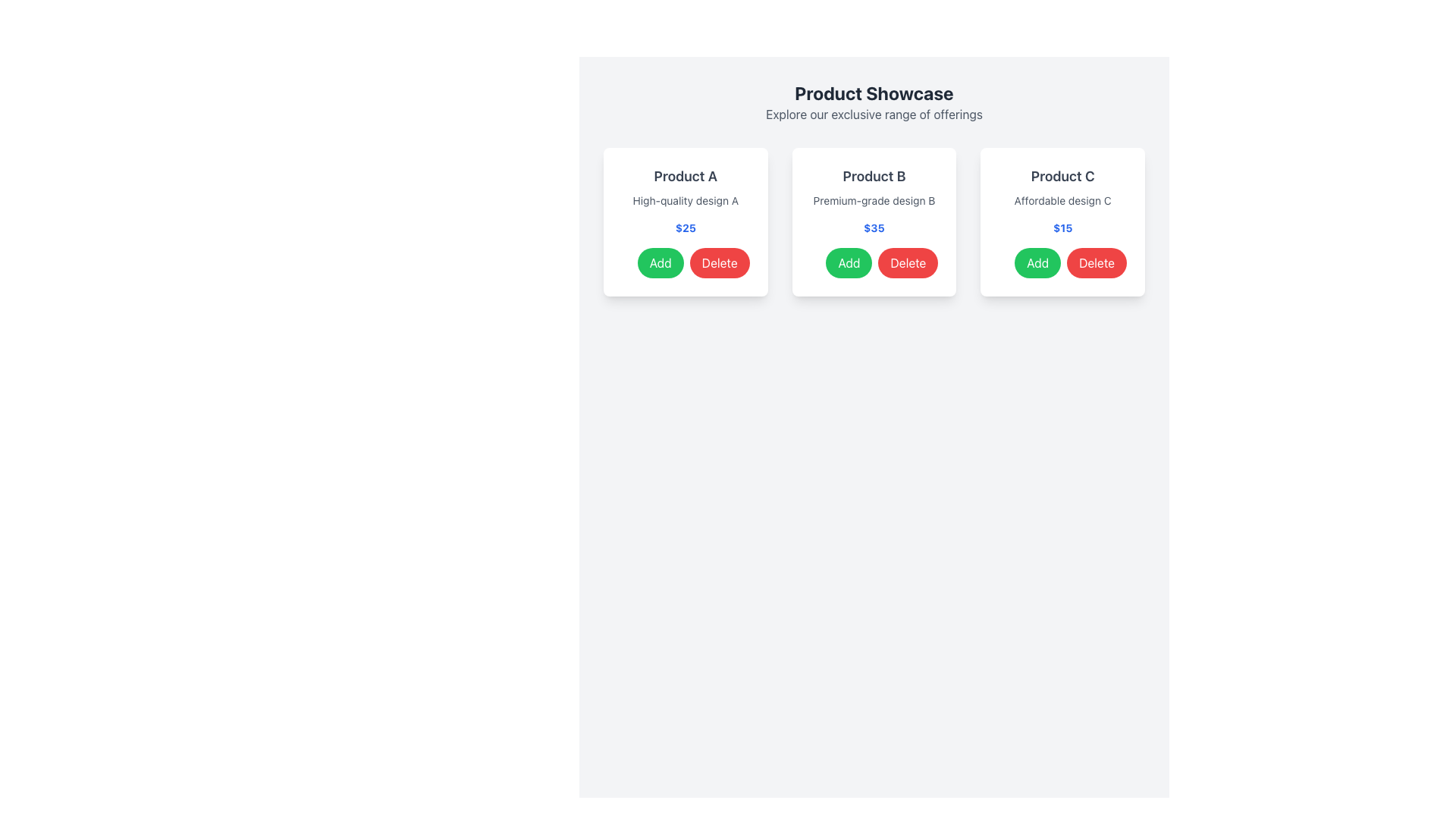  I want to click on the delete button located within the card under the header 'Product B', which is the second button aligned horizontally at the bottom of the card, so click(908, 262).